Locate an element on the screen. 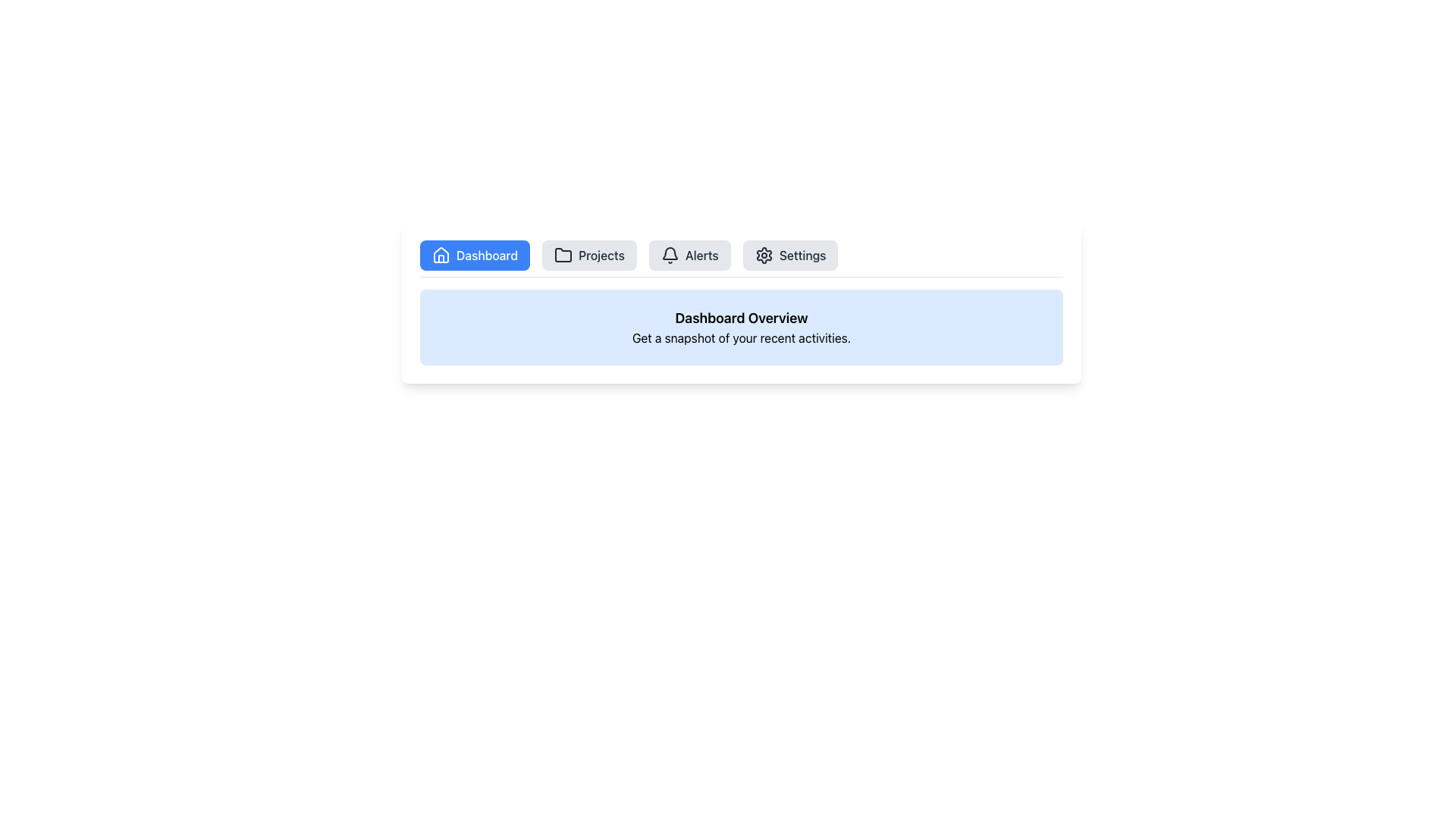 The image size is (1456, 819). the roof icon of the house within the 'Dashboard' button on the navigation bar is located at coordinates (440, 253).